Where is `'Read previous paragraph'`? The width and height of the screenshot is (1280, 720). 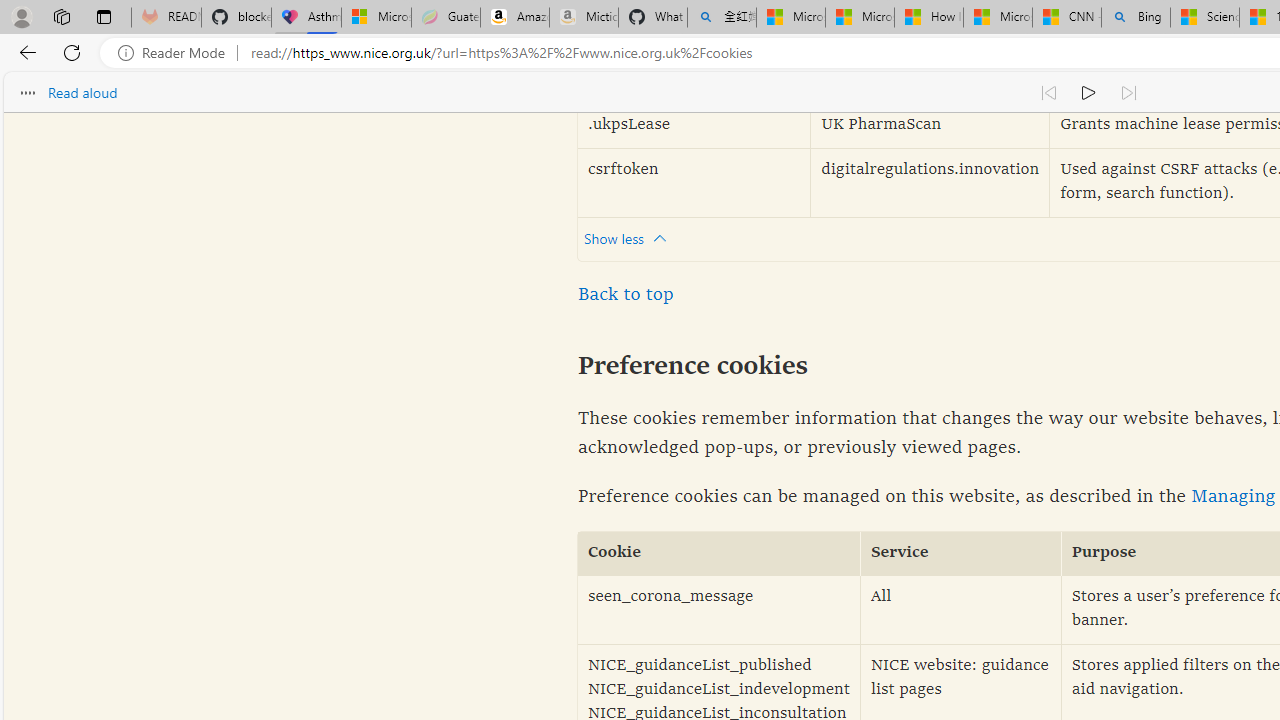
'Read previous paragraph' is located at coordinates (1047, 92).